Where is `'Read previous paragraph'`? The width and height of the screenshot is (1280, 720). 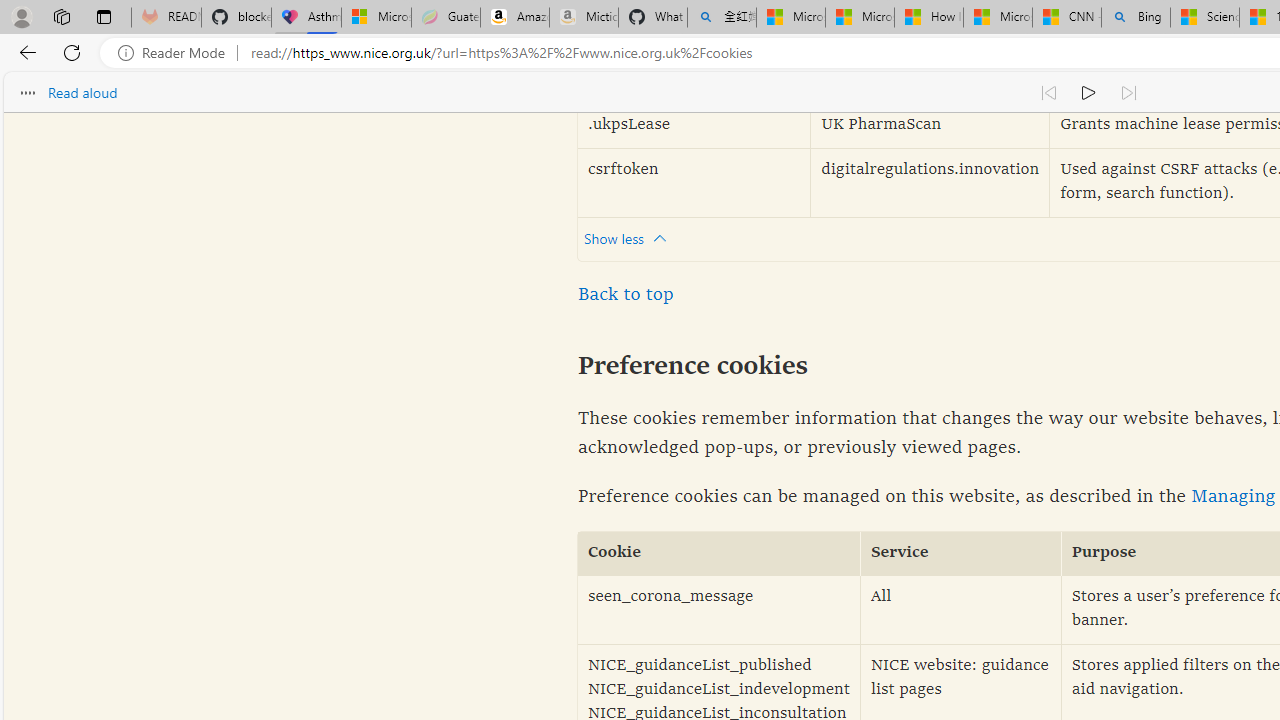
'Read previous paragraph' is located at coordinates (1047, 92).